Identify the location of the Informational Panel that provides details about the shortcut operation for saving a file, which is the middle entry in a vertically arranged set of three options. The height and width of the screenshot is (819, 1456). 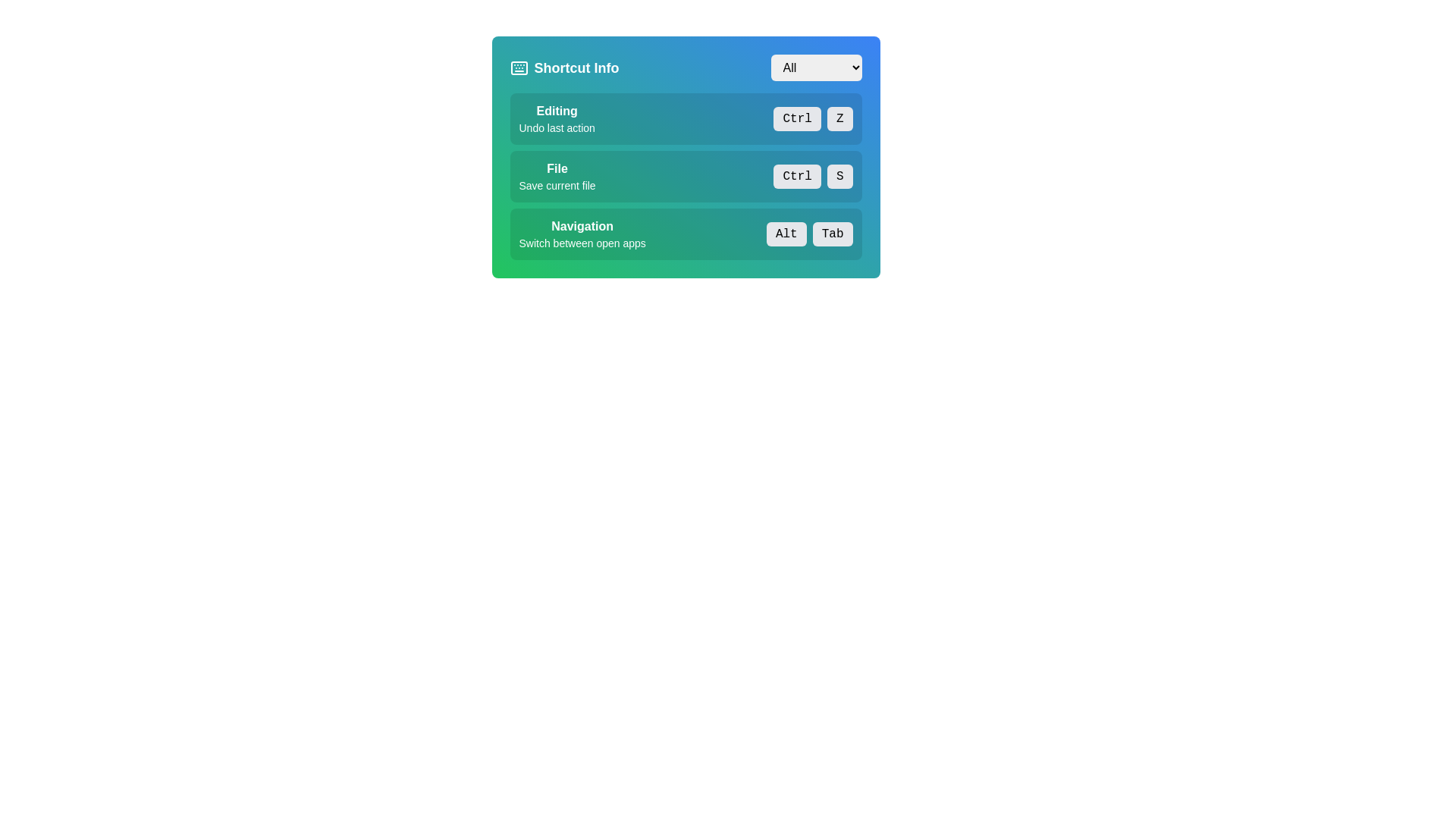
(685, 157).